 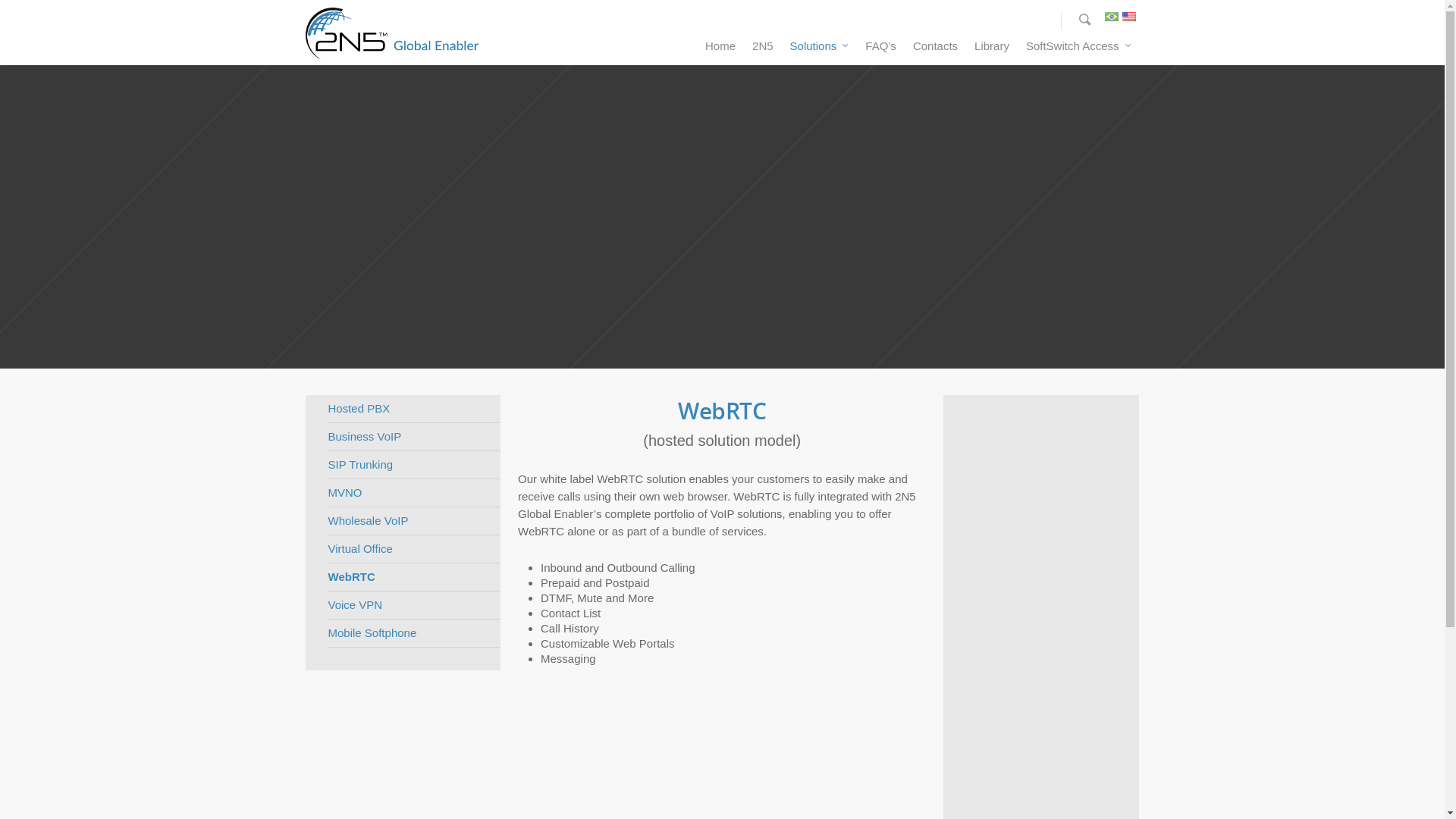 I want to click on 'Solutions', so click(x=818, y=49).